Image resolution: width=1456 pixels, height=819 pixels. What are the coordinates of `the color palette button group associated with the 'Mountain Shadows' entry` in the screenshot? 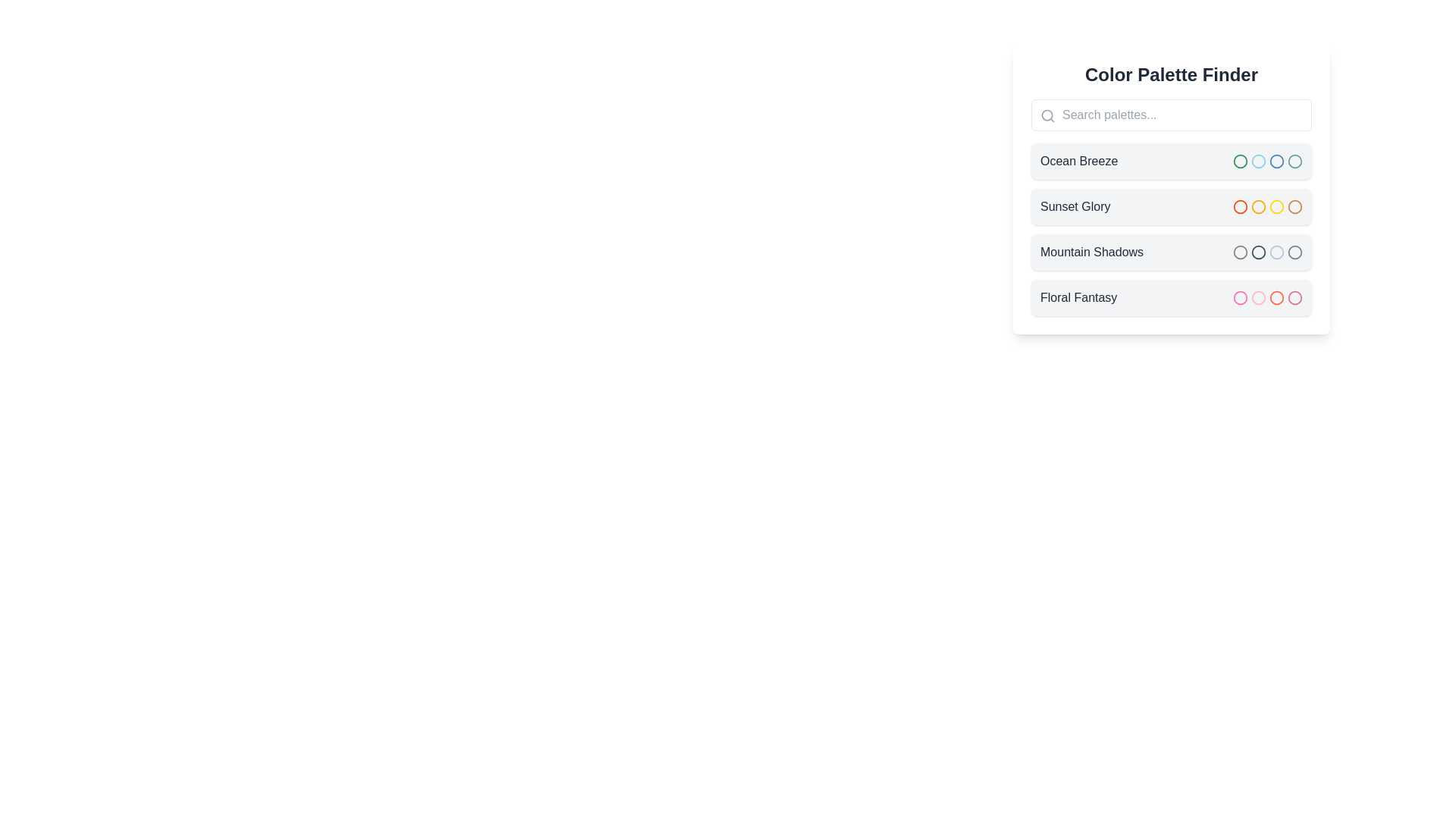 It's located at (1267, 251).